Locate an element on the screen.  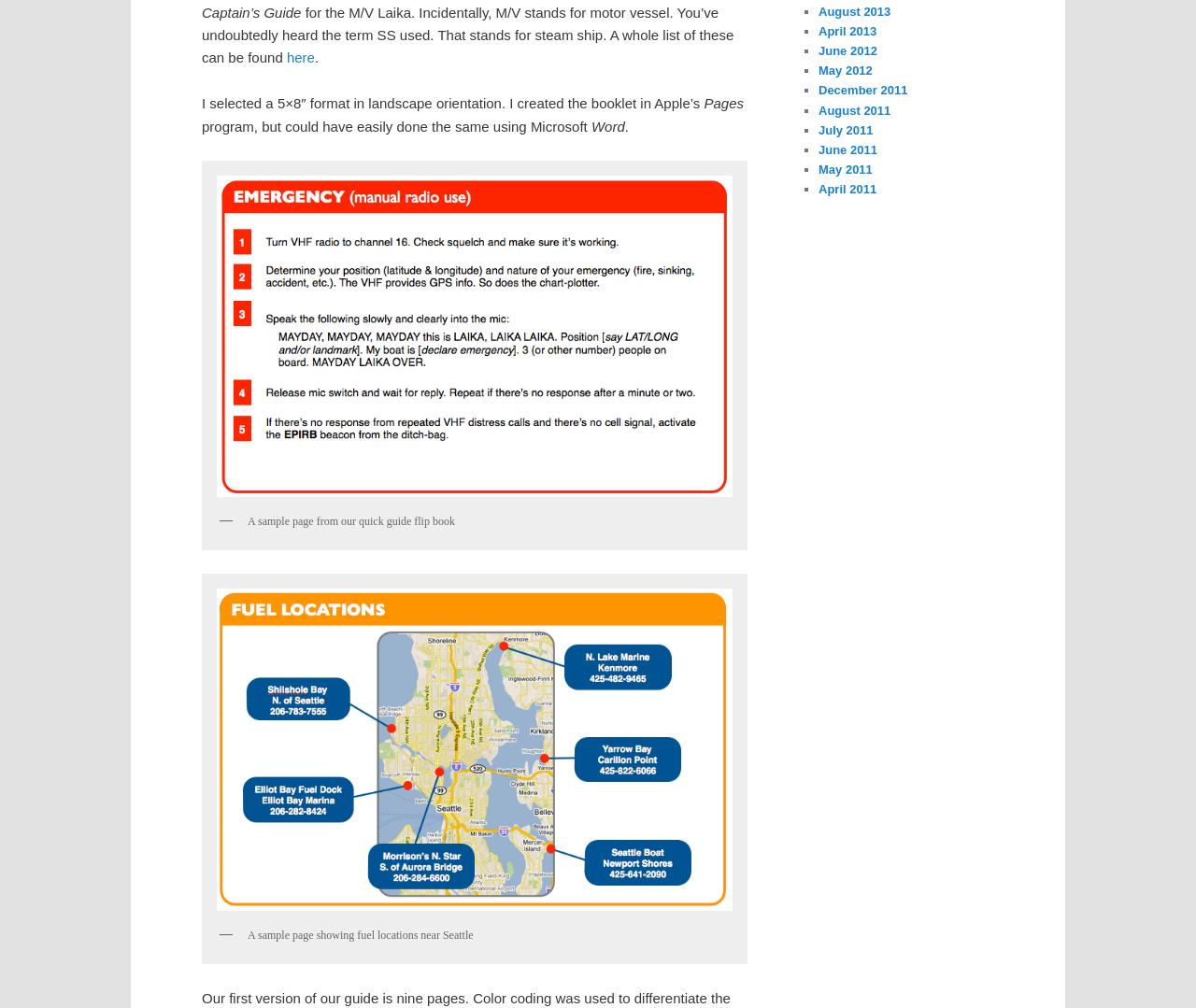
'for the M/V Laika. Incidentally, M/V stands for motor vessel. You’ve undoubtedly heard the term SS used. That stands for steam ship. A whole list of these can be found' is located at coordinates (467, 35).